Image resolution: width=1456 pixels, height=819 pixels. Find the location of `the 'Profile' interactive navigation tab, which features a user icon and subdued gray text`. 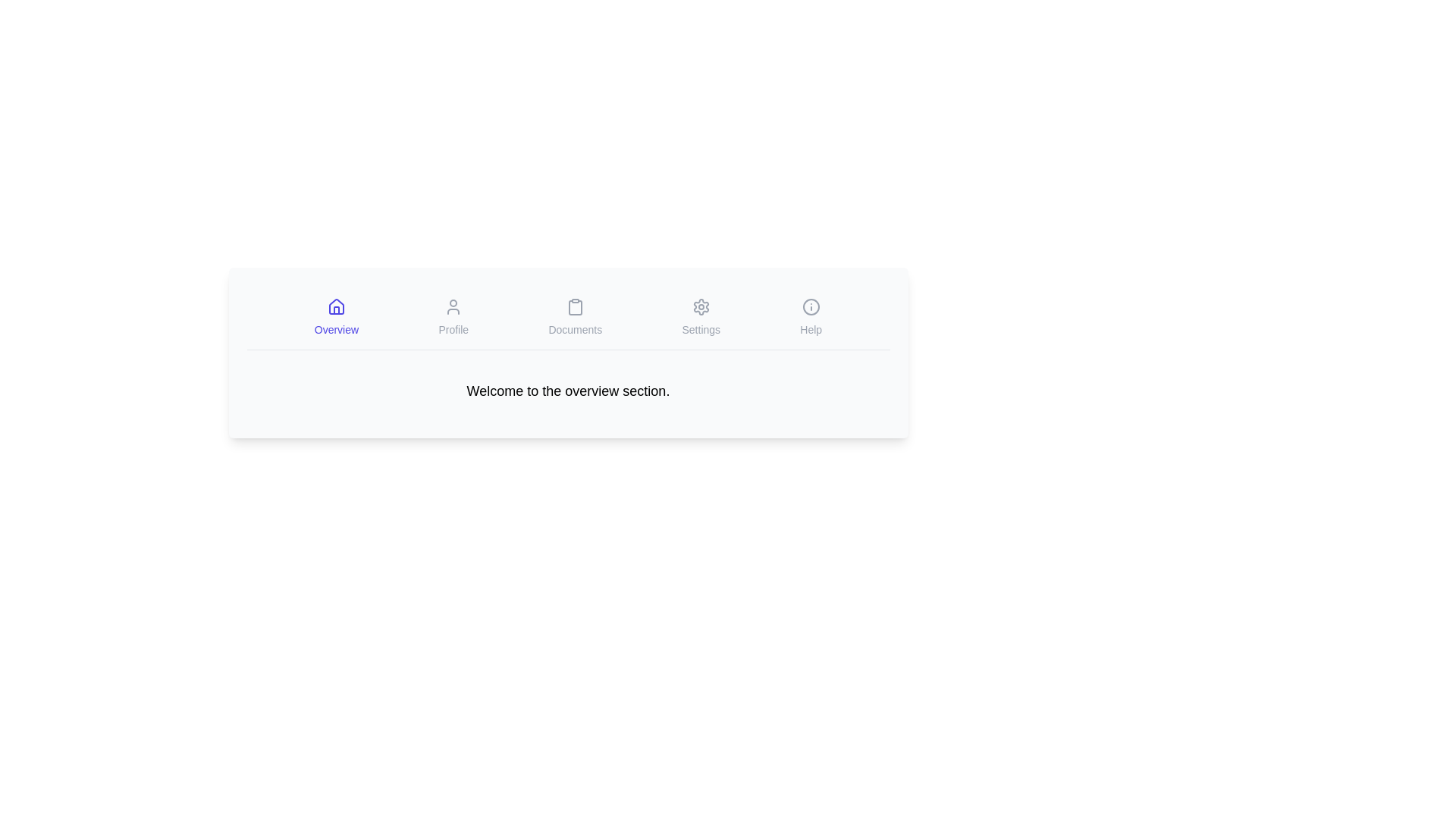

the 'Profile' interactive navigation tab, which features a user icon and subdued gray text is located at coordinates (453, 317).